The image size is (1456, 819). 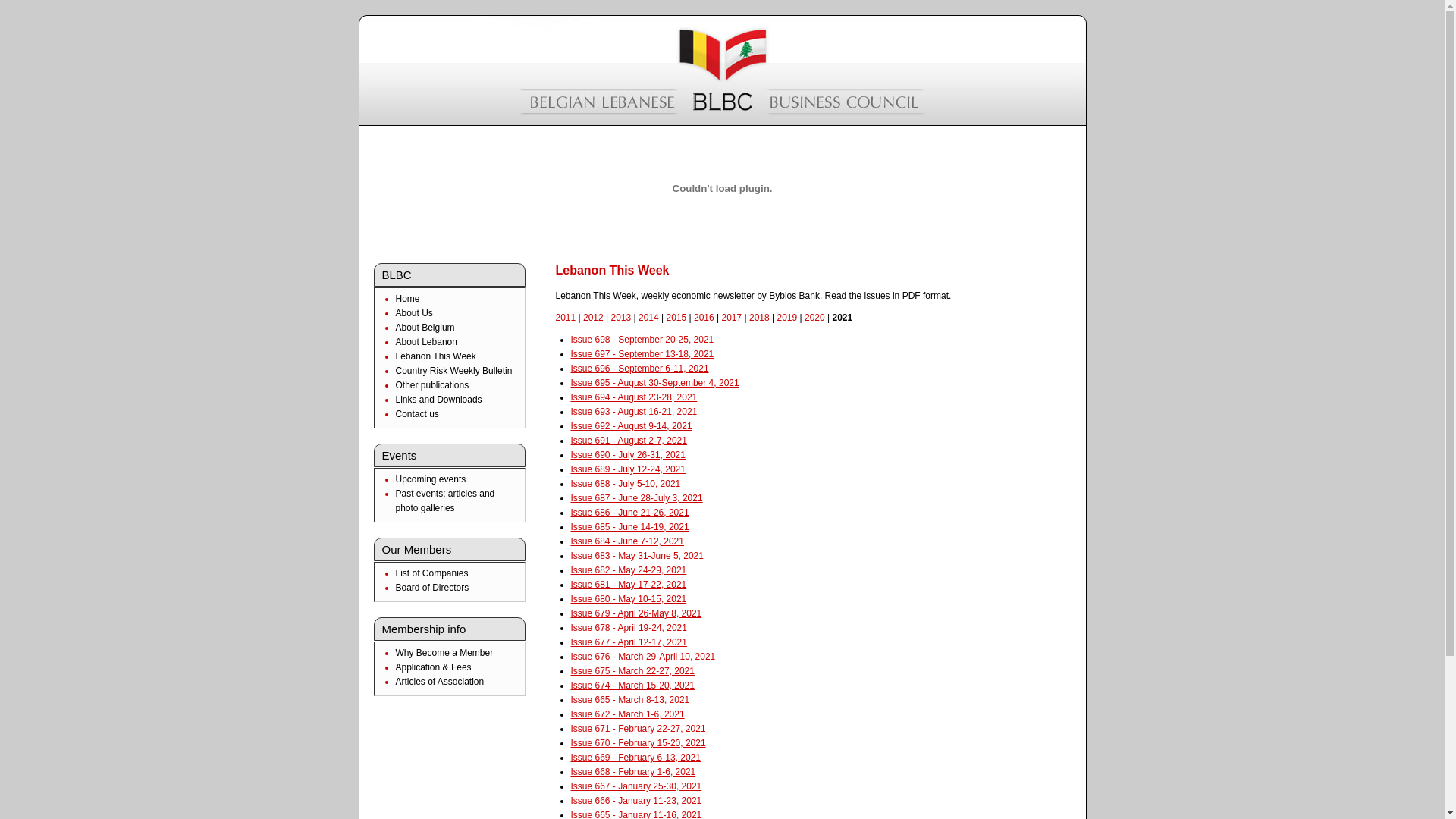 I want to click on '2019', so click(x=786, y=317).